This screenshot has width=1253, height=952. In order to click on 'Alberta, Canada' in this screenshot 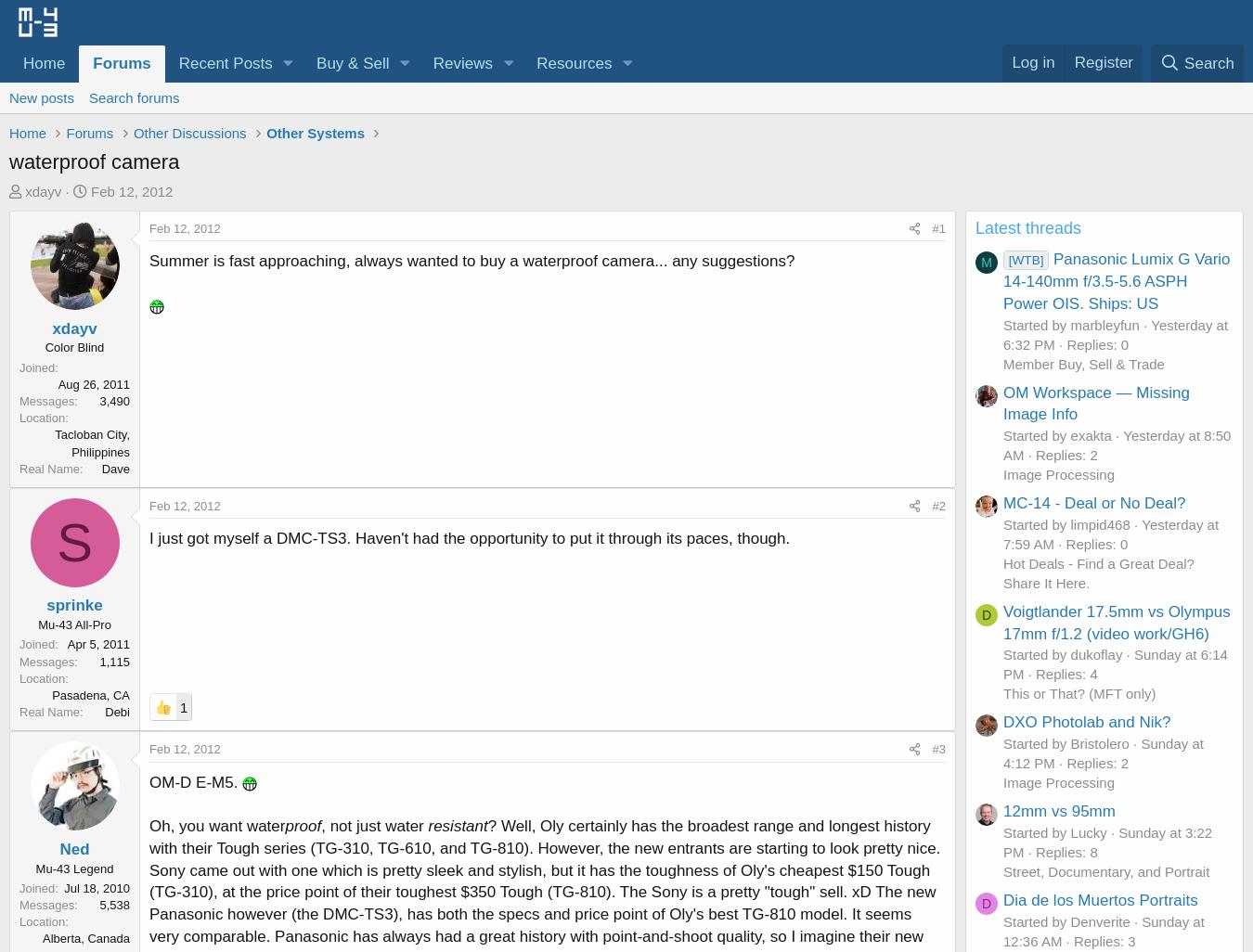, I will do `click(85, 937)`.